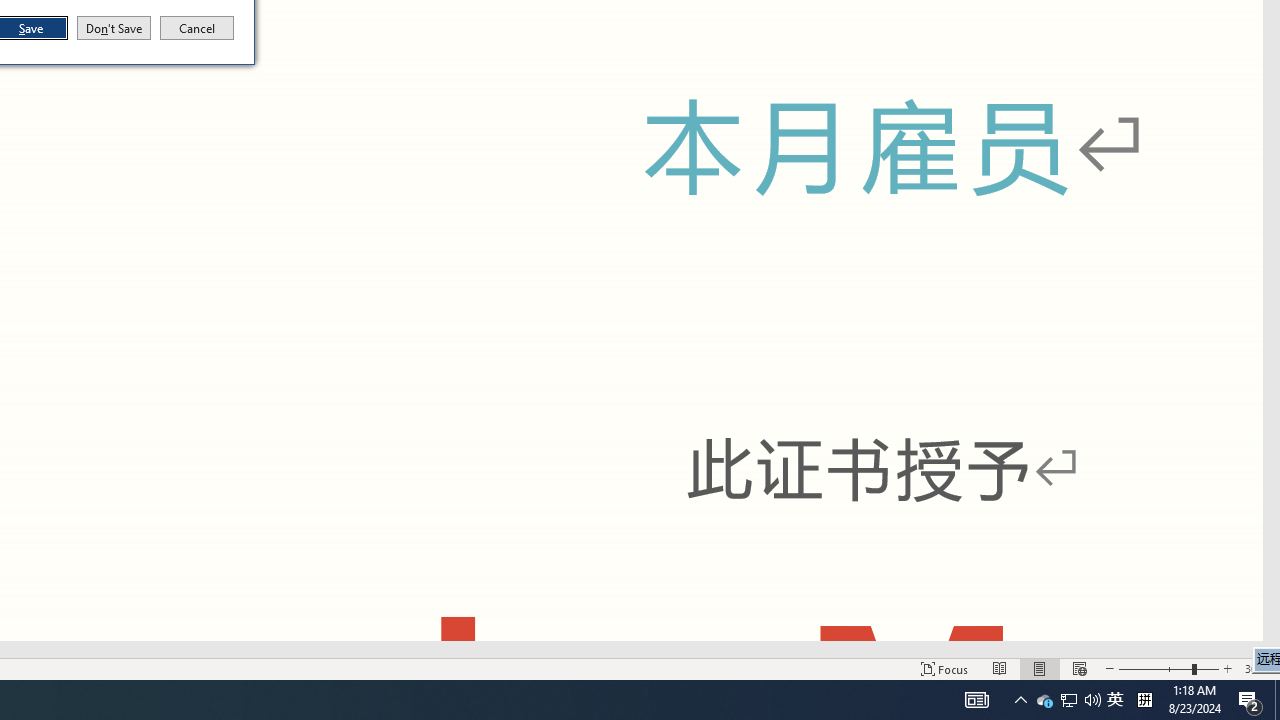 Image resolution: width=1280 pixels, height=720 pixels. What do you see at coordinates (1144, 698) in the screenshot?
I see `'Tray Input Indicator - Chinese (Simplified, China)'` at bounding box center [1144, 698].